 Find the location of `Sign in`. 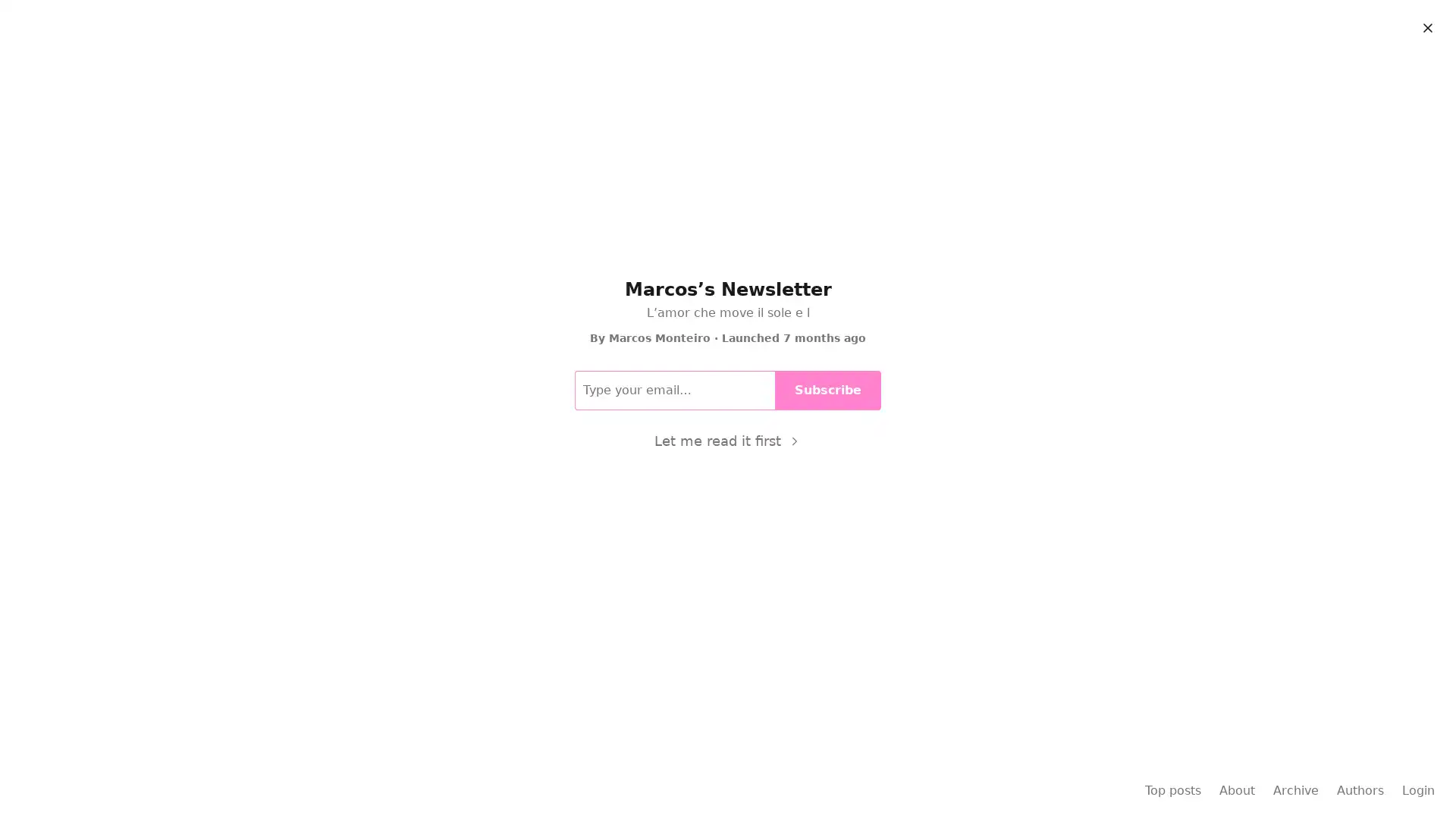

Sign in is located at coordinates (1414, 24).